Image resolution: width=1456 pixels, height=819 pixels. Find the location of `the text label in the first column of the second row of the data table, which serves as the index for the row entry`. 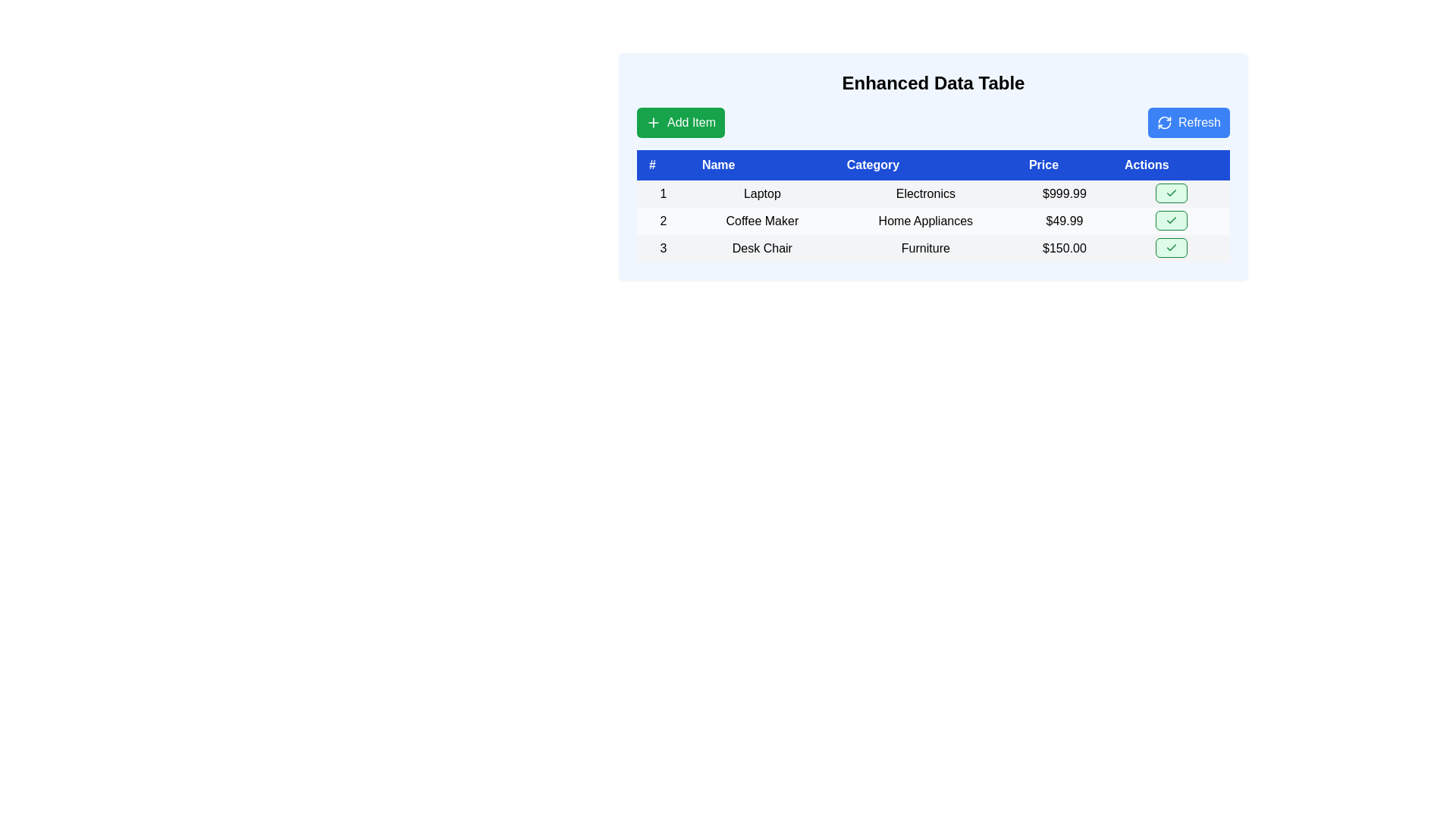

the text label in the first column of the second row of the data table, which serves as the index for the row entry is located at coordinates (663, 221).